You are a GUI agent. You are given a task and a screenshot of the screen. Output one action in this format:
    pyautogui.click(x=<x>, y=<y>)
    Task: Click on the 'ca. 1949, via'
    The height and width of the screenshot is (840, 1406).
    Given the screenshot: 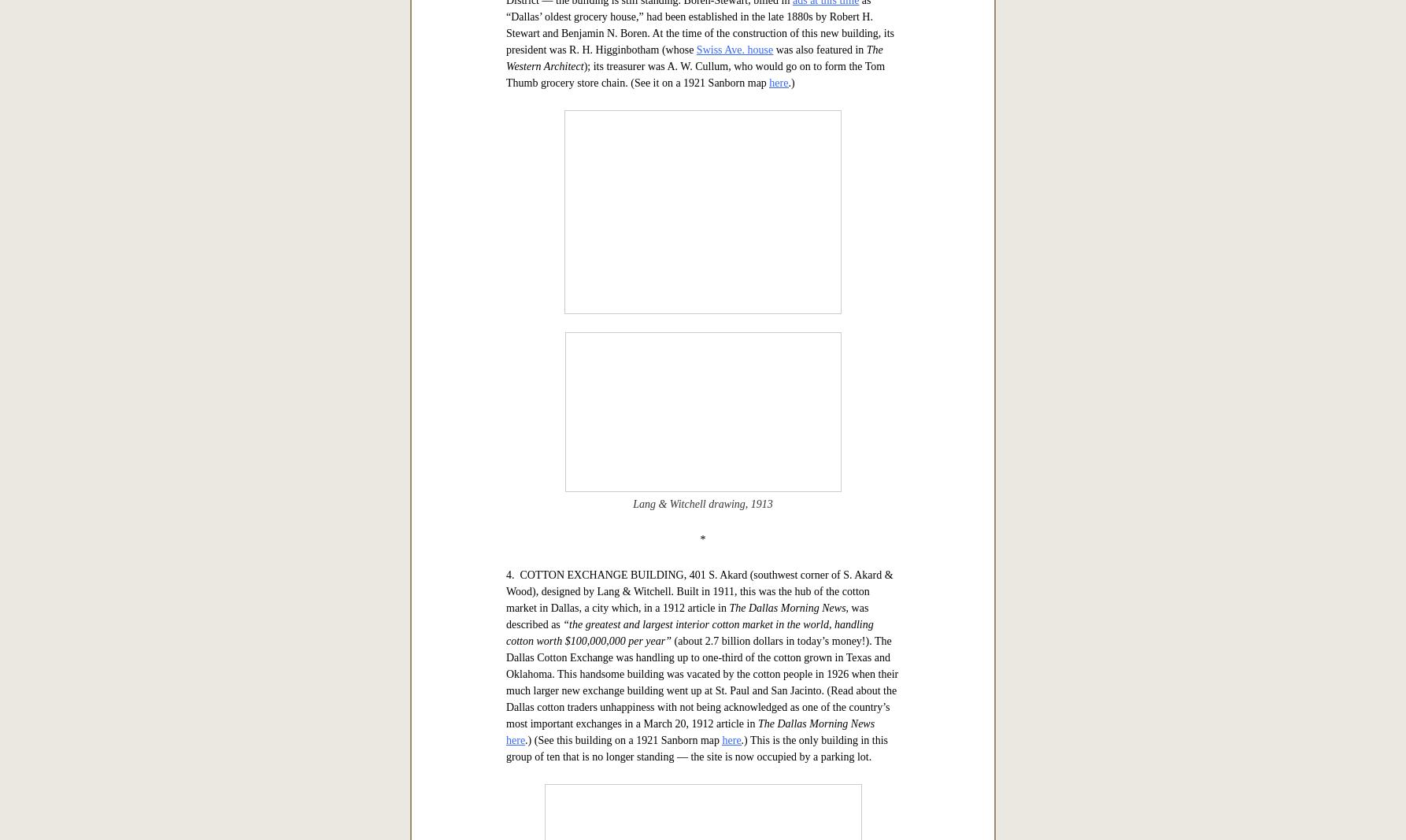 What is the action you would take?
    pyautogui.click(x=657, y=390)
    